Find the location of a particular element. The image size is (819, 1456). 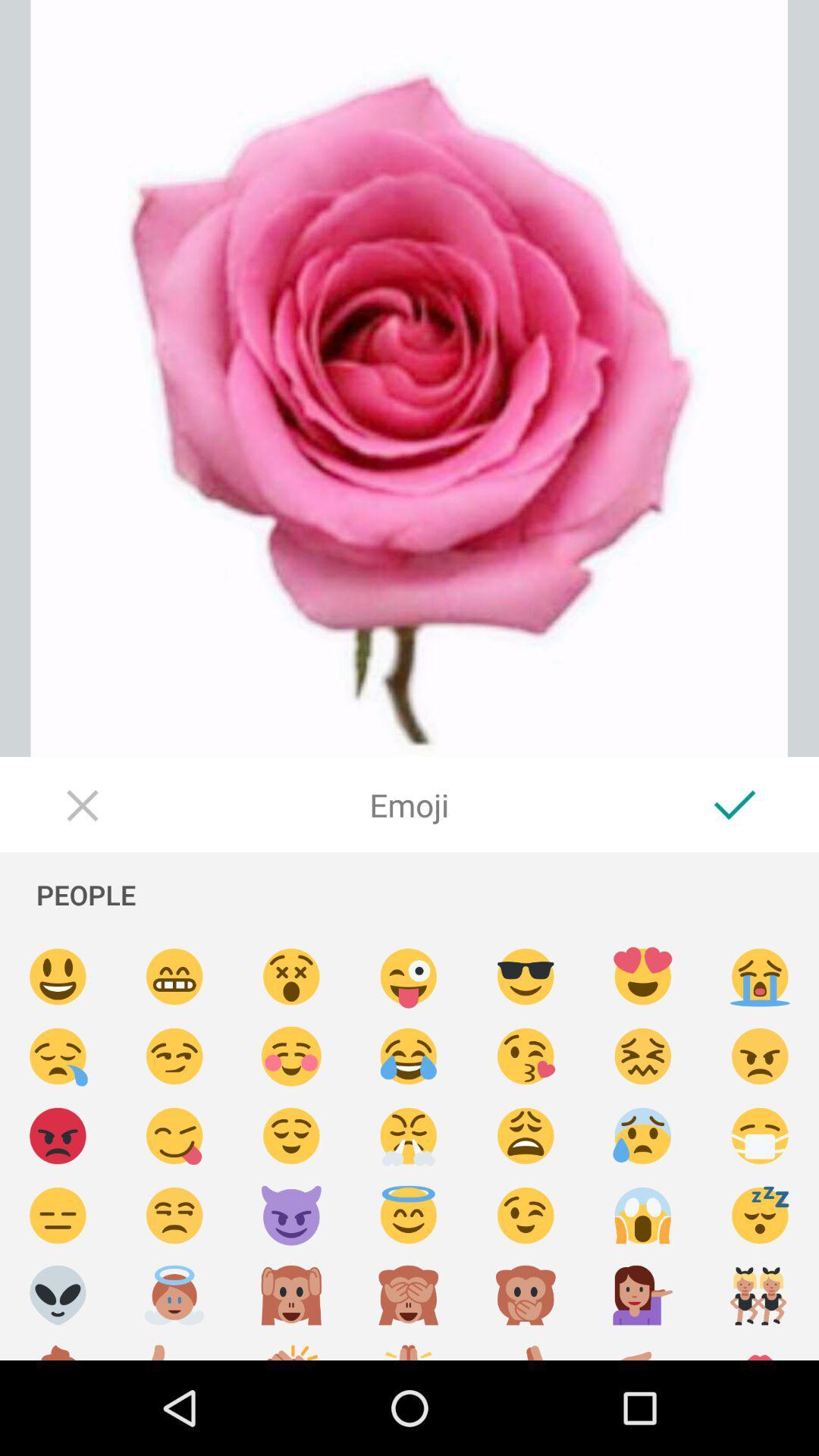

smile emoji is located at coordinates (57, 977).